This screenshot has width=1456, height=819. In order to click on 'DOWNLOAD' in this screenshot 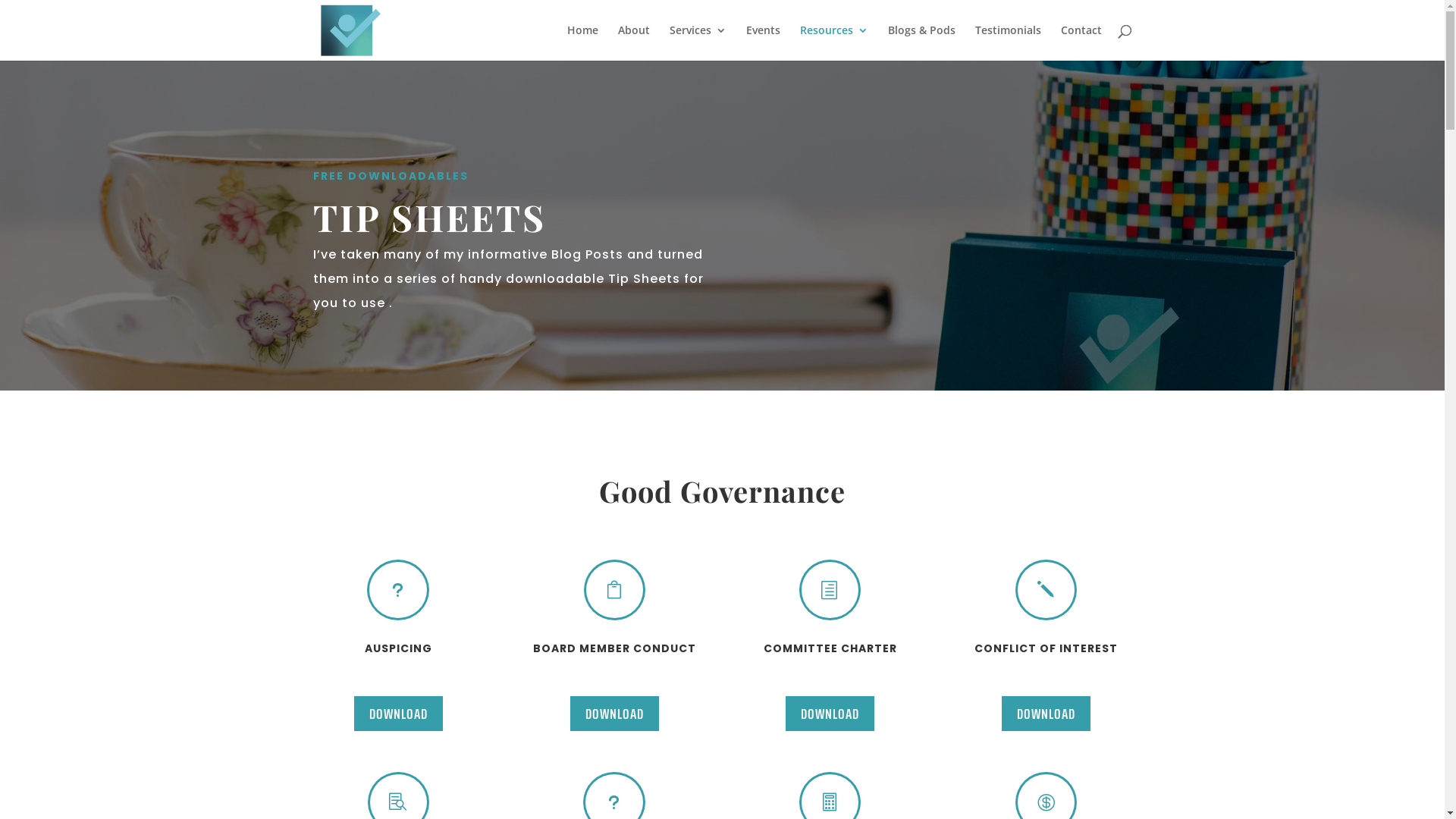, I will do `click(614, 714)`.